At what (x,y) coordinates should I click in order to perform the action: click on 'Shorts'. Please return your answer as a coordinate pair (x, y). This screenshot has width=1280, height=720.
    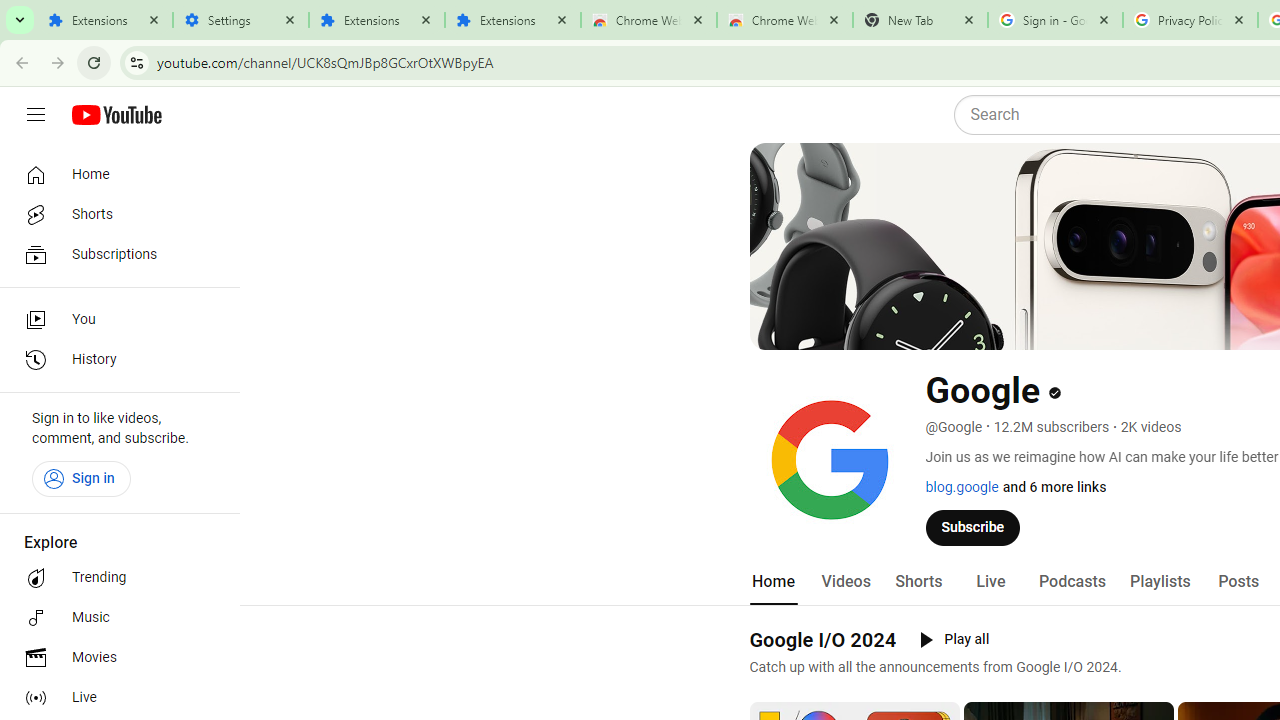
    Looking at the image, I should click on (917, 581).